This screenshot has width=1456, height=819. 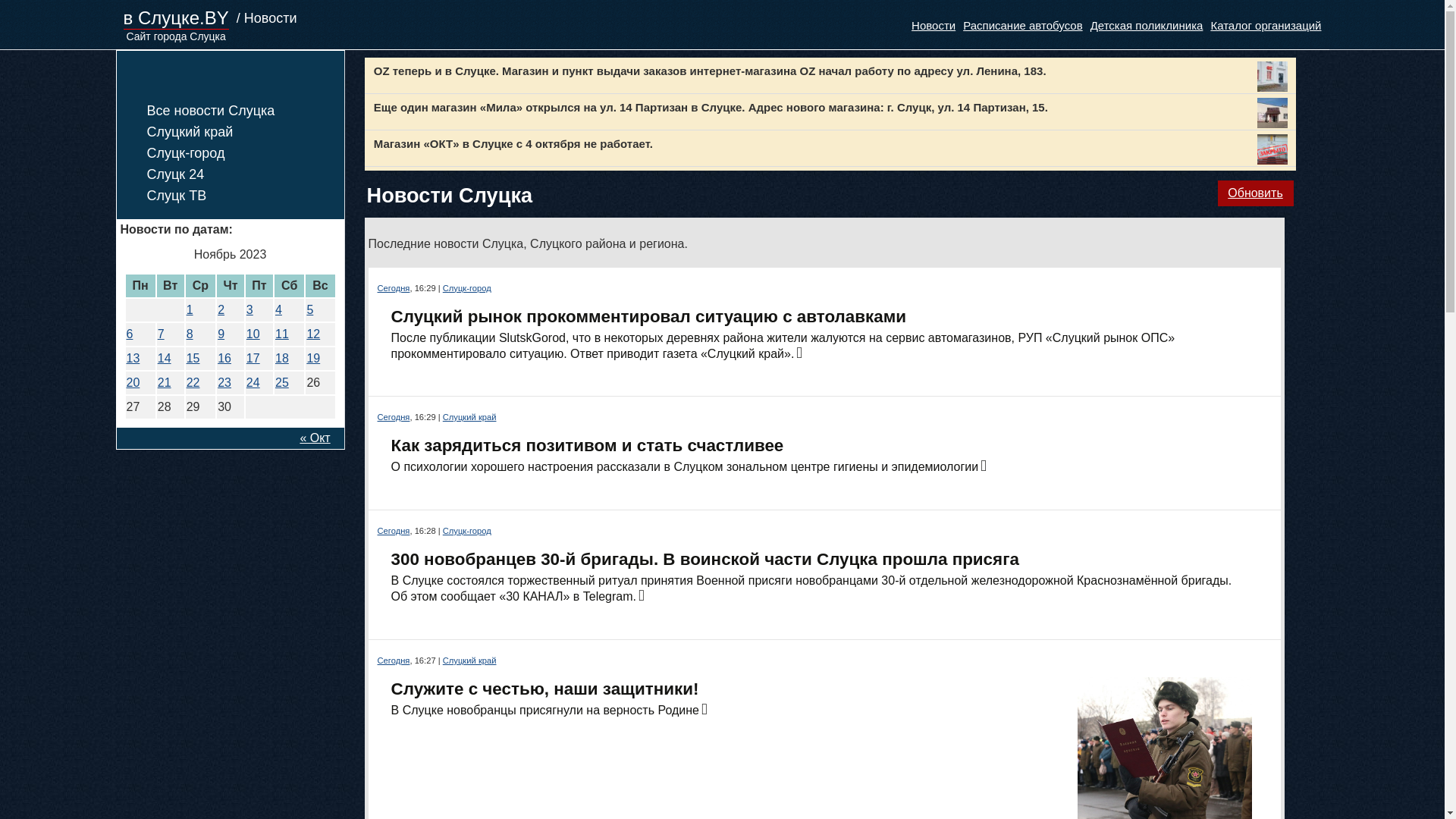 What do you see at coordinates (224, 358) in the screenshot?
I see `'16'` at bounding box center [224, 358].